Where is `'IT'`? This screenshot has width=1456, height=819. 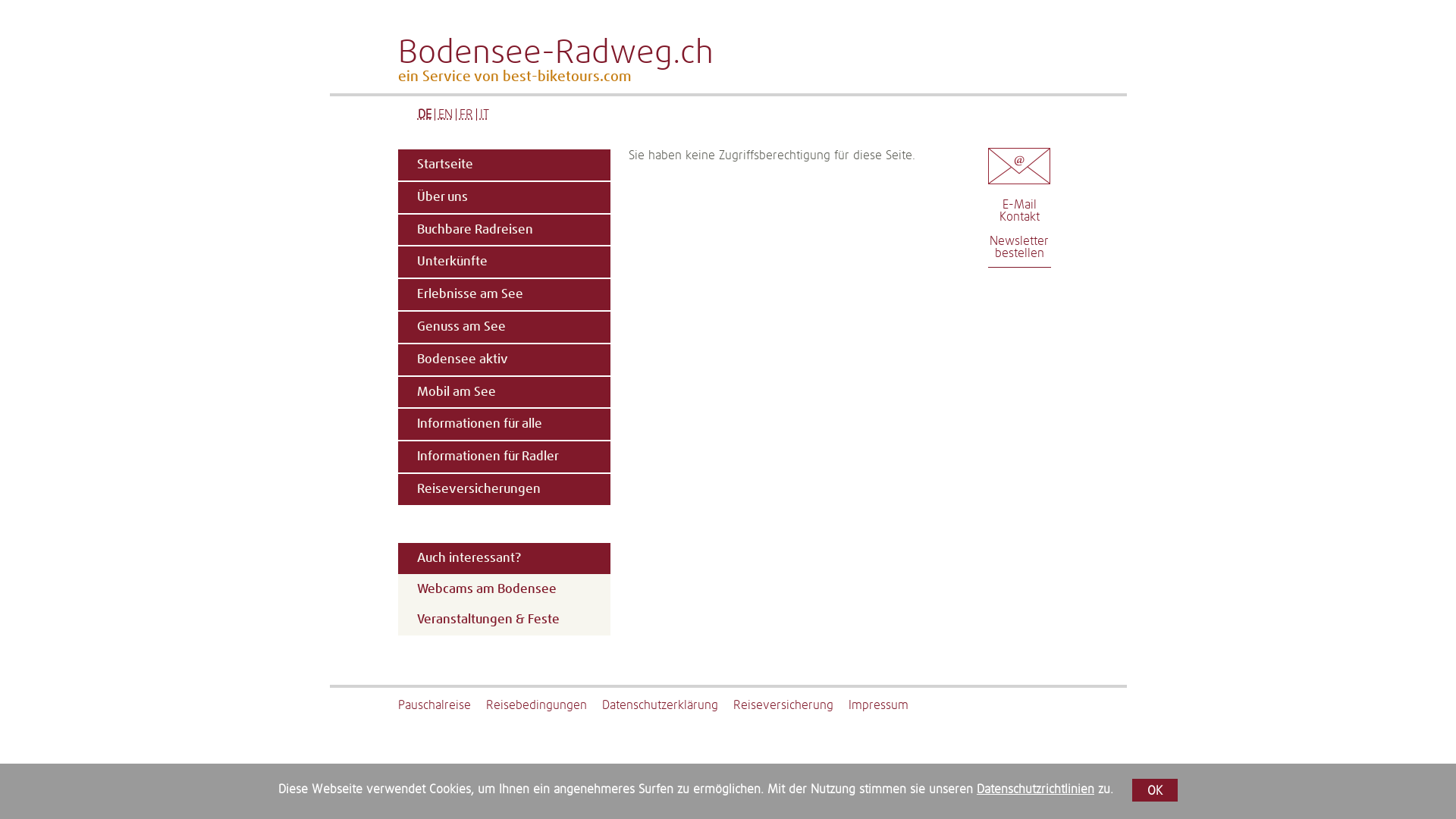 'IT' is located at coordinates (483, 113).